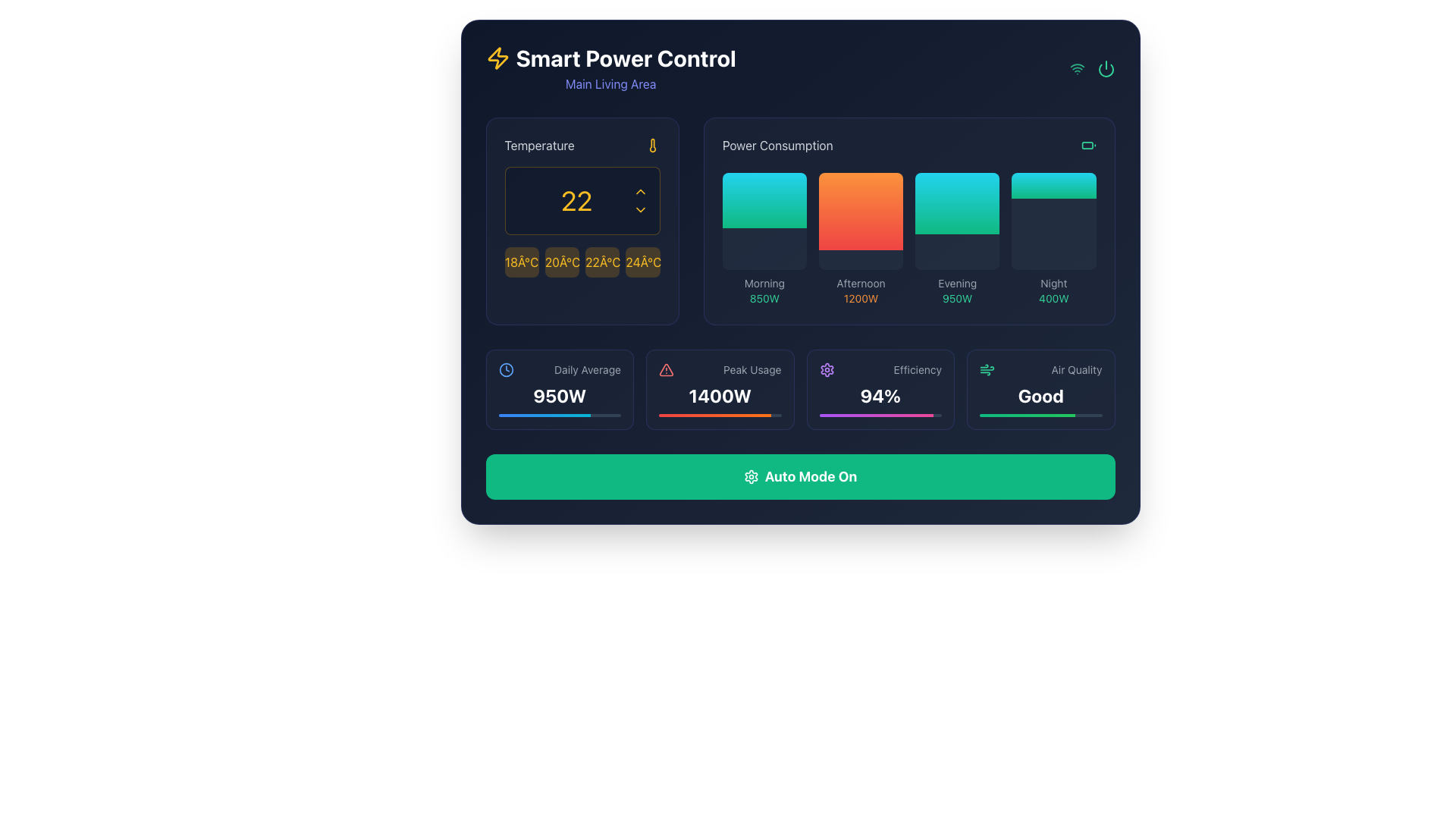 The height and width of the screenshot is (819, 1456). Describe the element at coordinates (799, 475) in the screenshot. I see `the prominently styled green button labeled 'Auto Mode On' with a gear icon` at that location.